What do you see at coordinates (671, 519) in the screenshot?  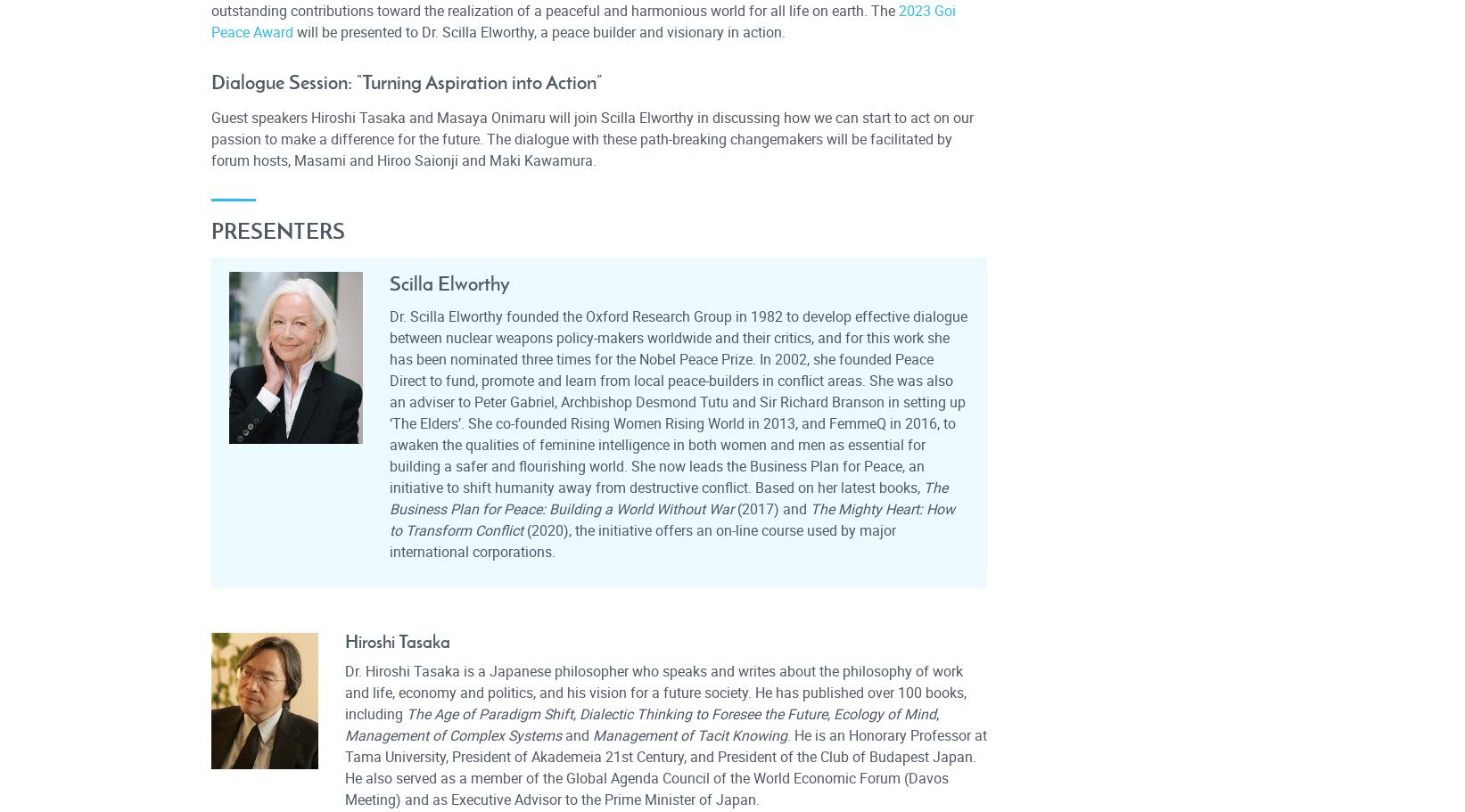 I see `'The Mighty Heart: How to Transform Conflict'` at bounding box center [671, 519].